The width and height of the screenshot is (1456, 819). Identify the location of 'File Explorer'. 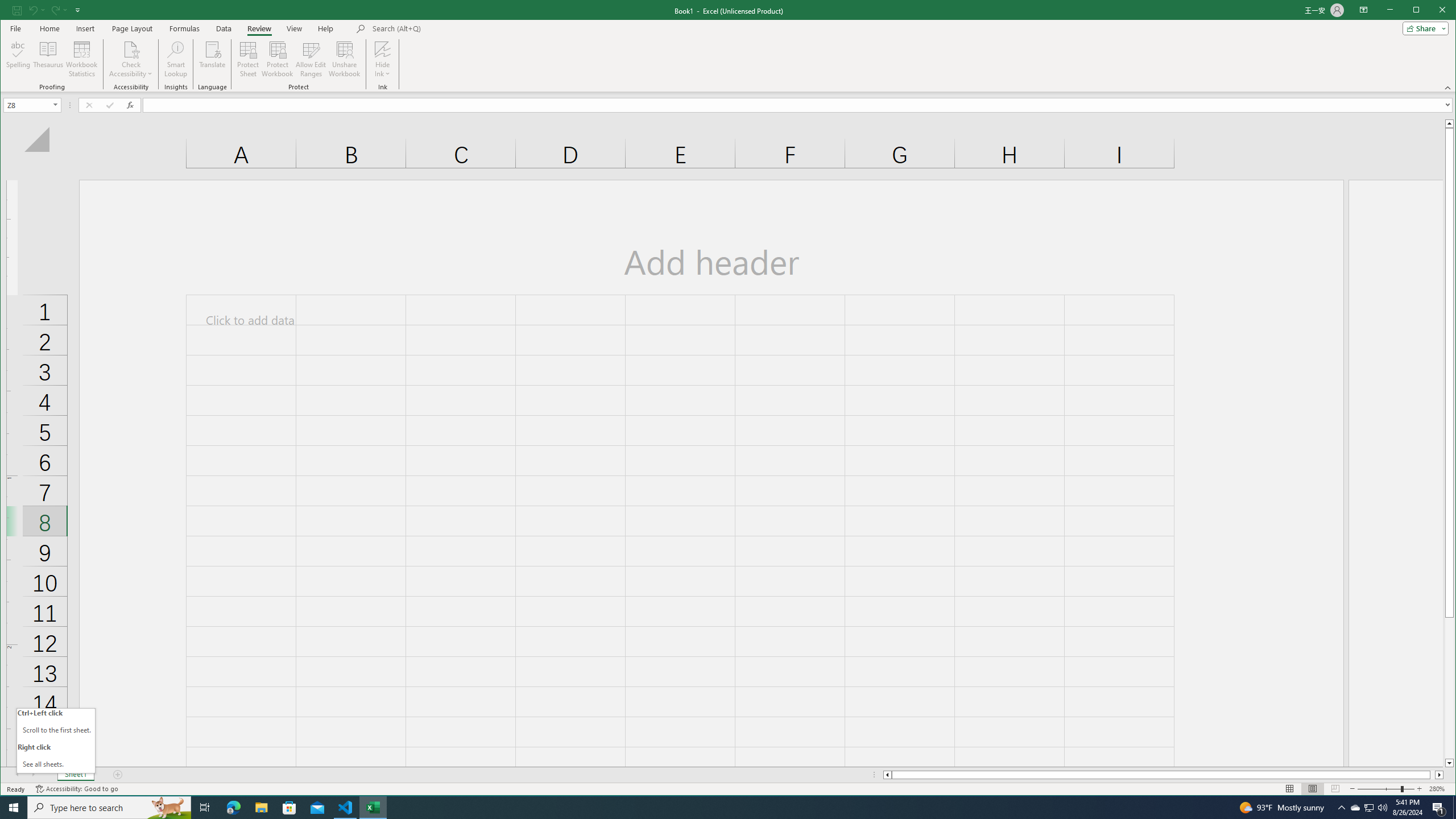
(260, 806).